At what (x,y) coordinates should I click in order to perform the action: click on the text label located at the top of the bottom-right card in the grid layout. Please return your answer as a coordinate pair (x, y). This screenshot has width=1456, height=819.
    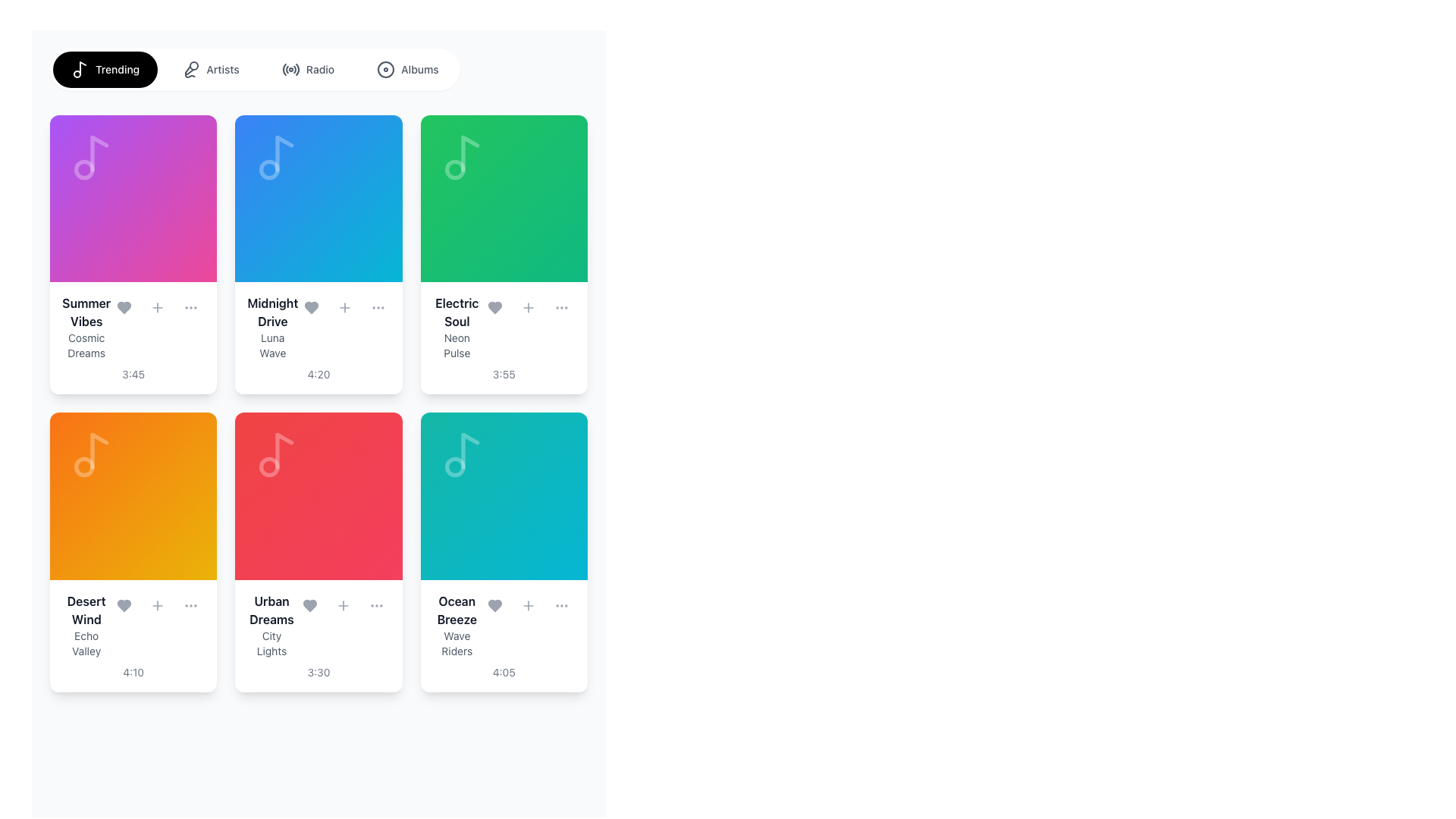
    Looking at the image, I should click on (456, 609).